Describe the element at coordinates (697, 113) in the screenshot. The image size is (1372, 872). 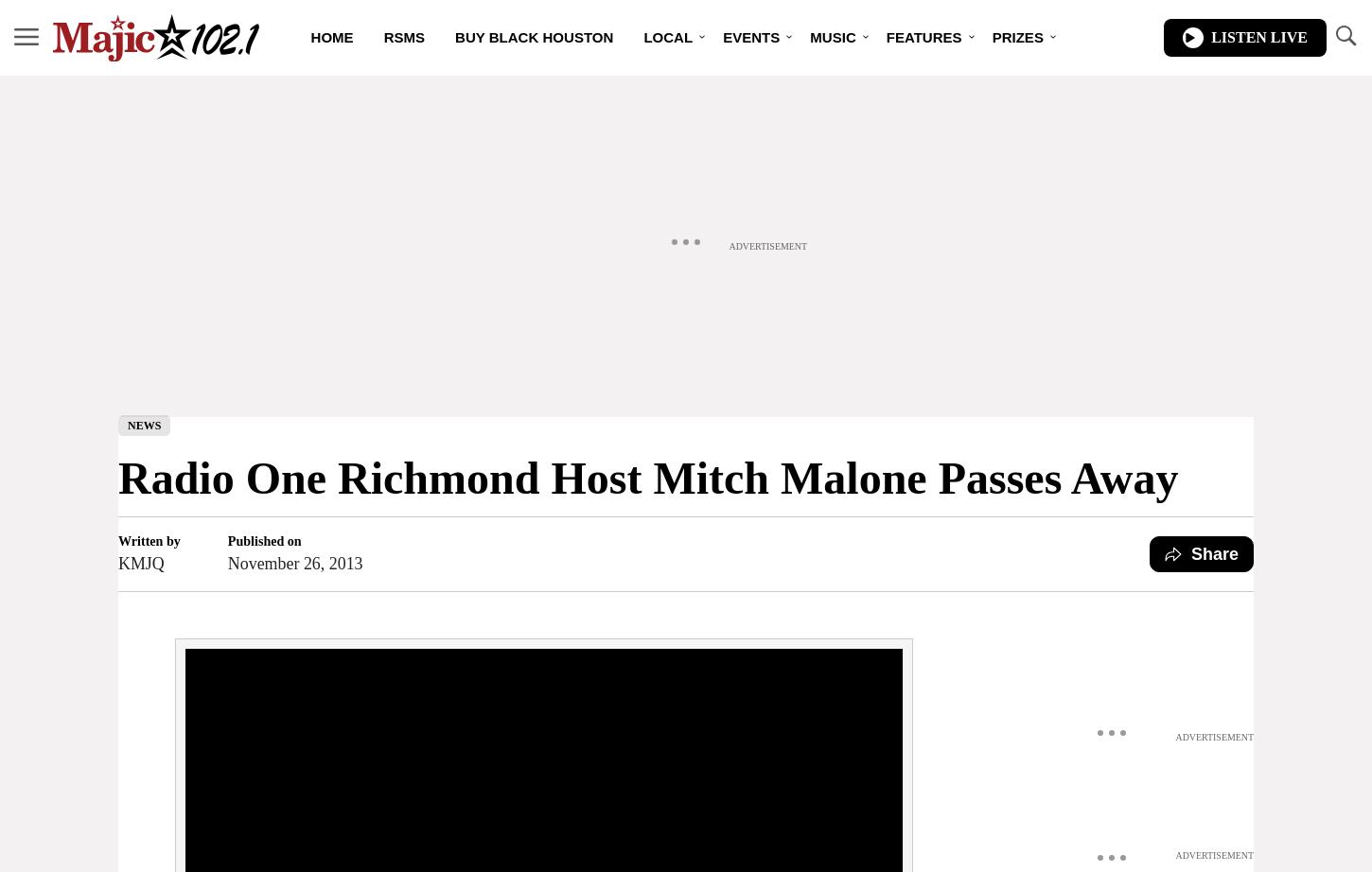
I see `'Houston Marketplace'` at that location.